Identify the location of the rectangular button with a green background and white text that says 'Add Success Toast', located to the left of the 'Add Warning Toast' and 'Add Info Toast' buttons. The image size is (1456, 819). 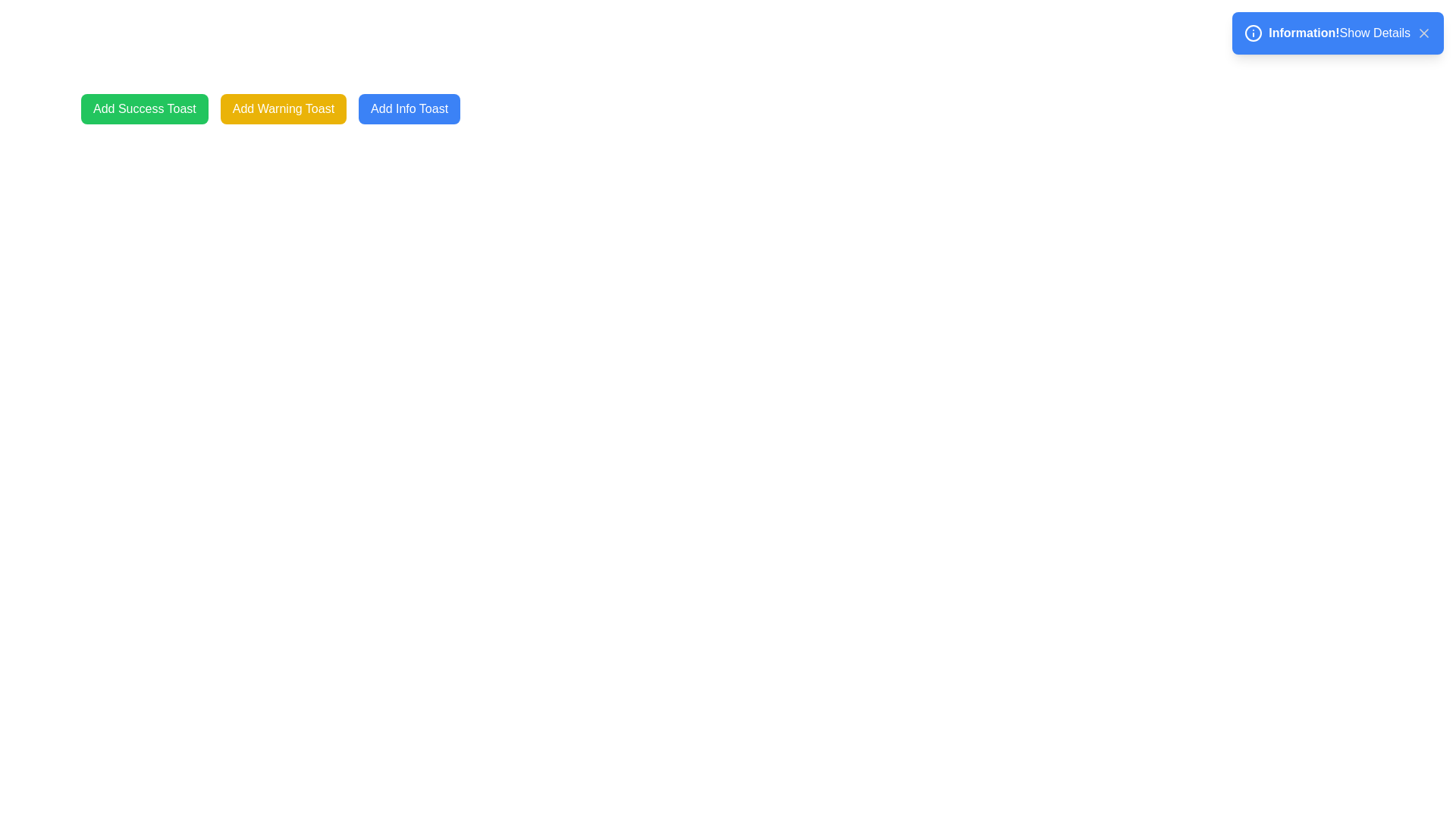
(144, 108).